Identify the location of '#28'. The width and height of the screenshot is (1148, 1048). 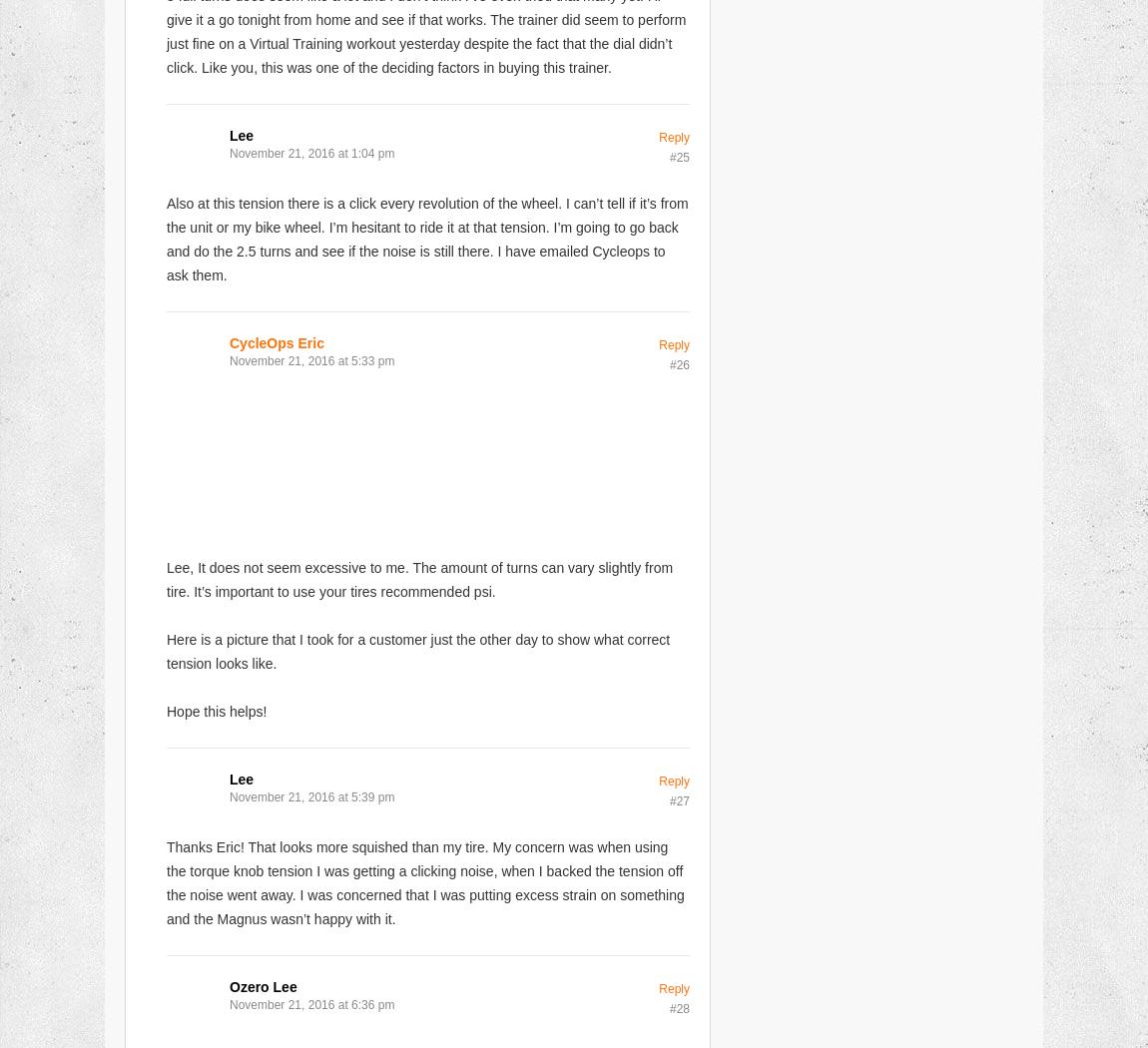
(678, 1007).